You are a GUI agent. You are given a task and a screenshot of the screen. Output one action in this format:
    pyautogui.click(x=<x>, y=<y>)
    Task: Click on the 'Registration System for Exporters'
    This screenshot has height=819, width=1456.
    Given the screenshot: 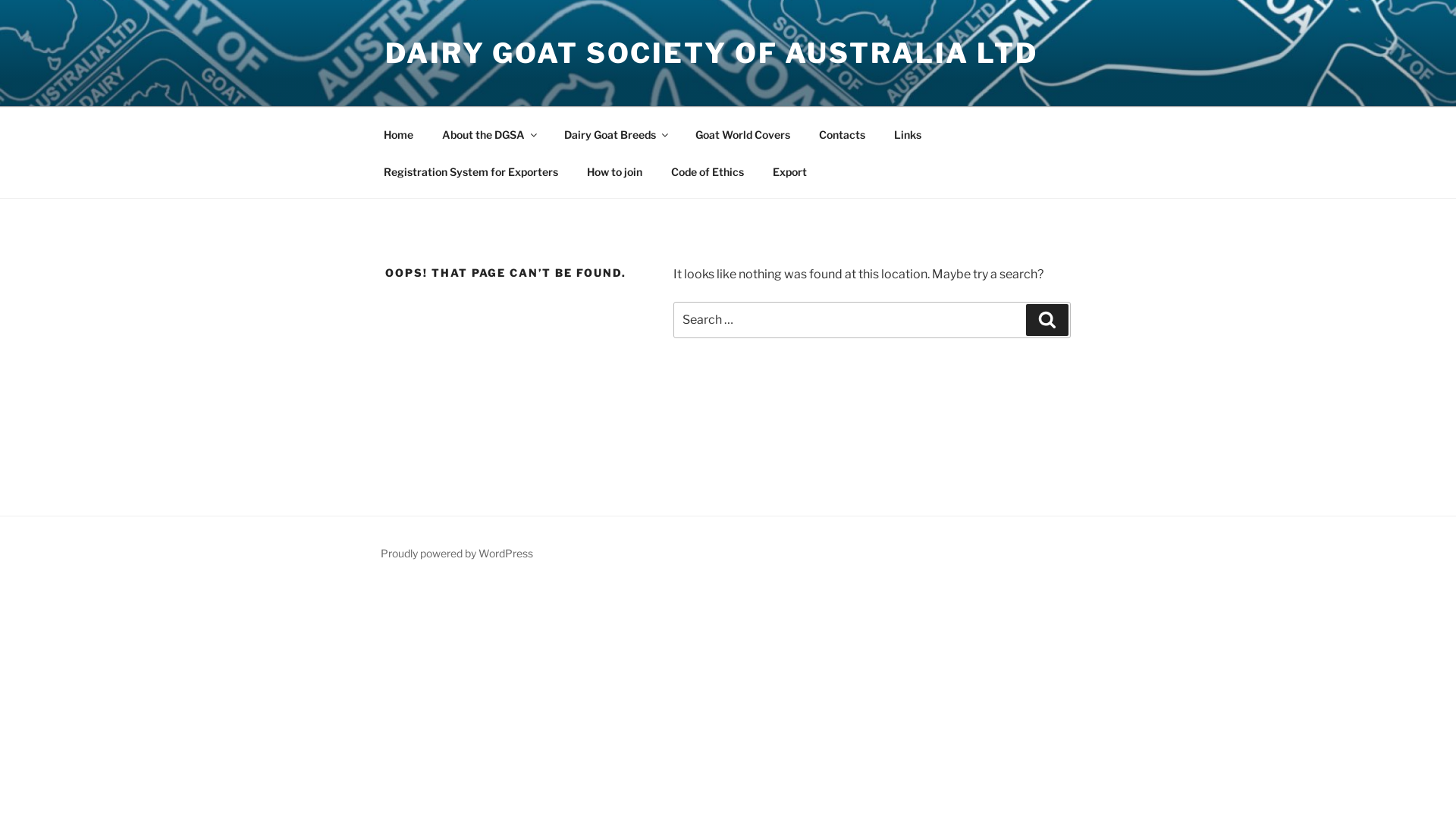 What is the action you would take?
    pyautogui.click(x=370, y=171)
    